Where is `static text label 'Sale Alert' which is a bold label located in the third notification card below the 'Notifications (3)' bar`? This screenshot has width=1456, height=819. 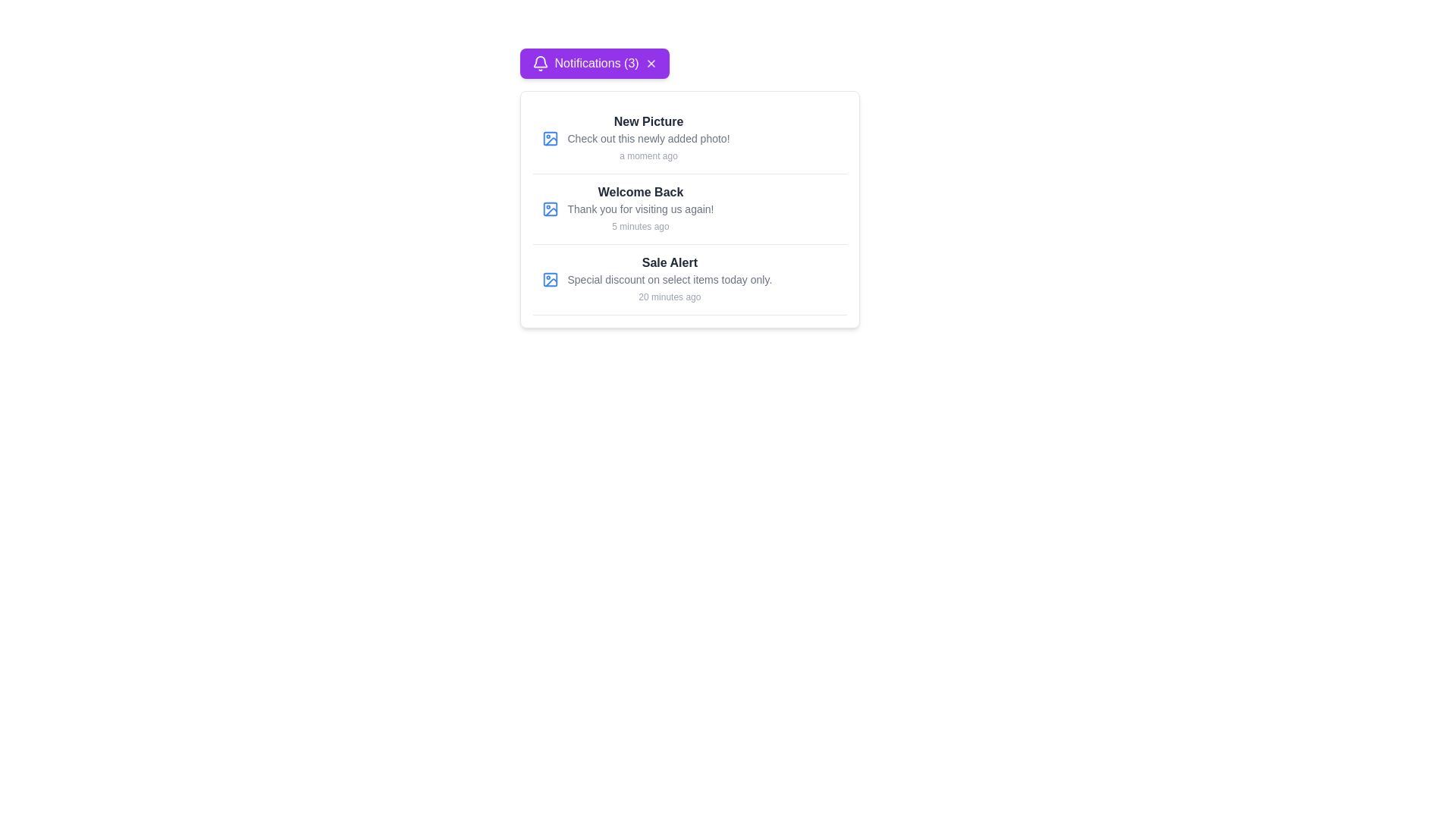 static text label 'Sale Alert' which is a bold label located in the third notification card below the 'Notifications (3)' bar is located at coordinates (669, 262).